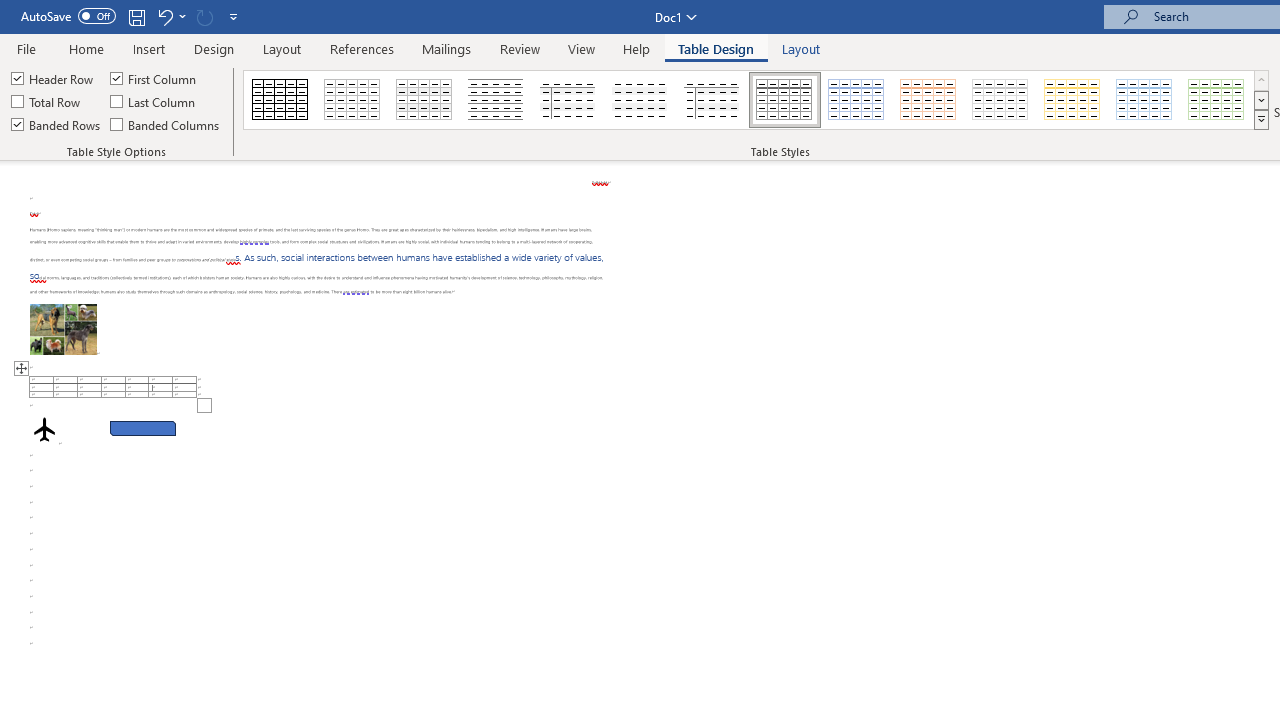  I want to click on 'Table Design', so click(716, 48).